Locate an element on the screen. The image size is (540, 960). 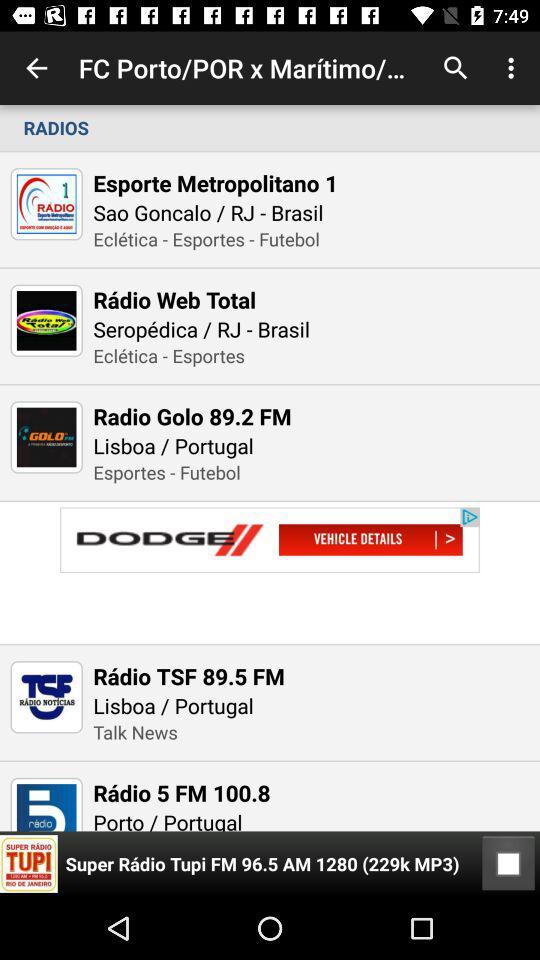
advertisement is located at coordinates (270, 573).